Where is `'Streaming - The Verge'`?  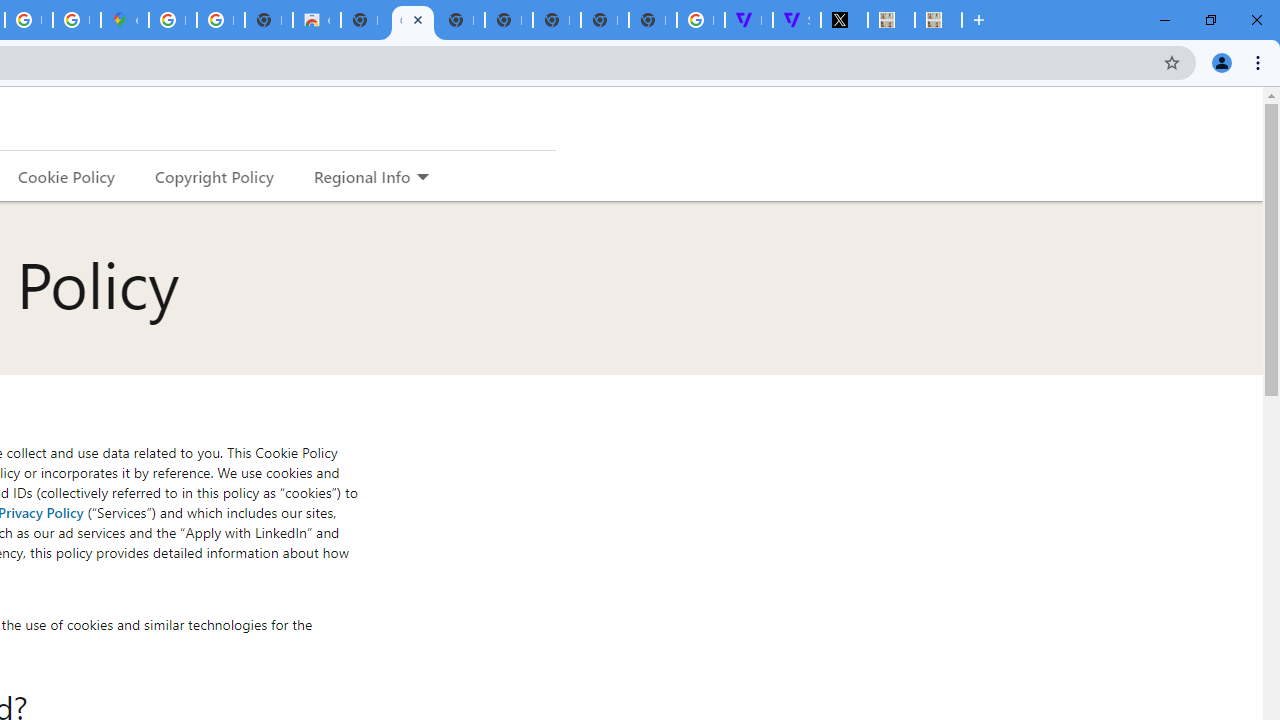 'Streaming - The Verge' is located at coordinates (795, 20).